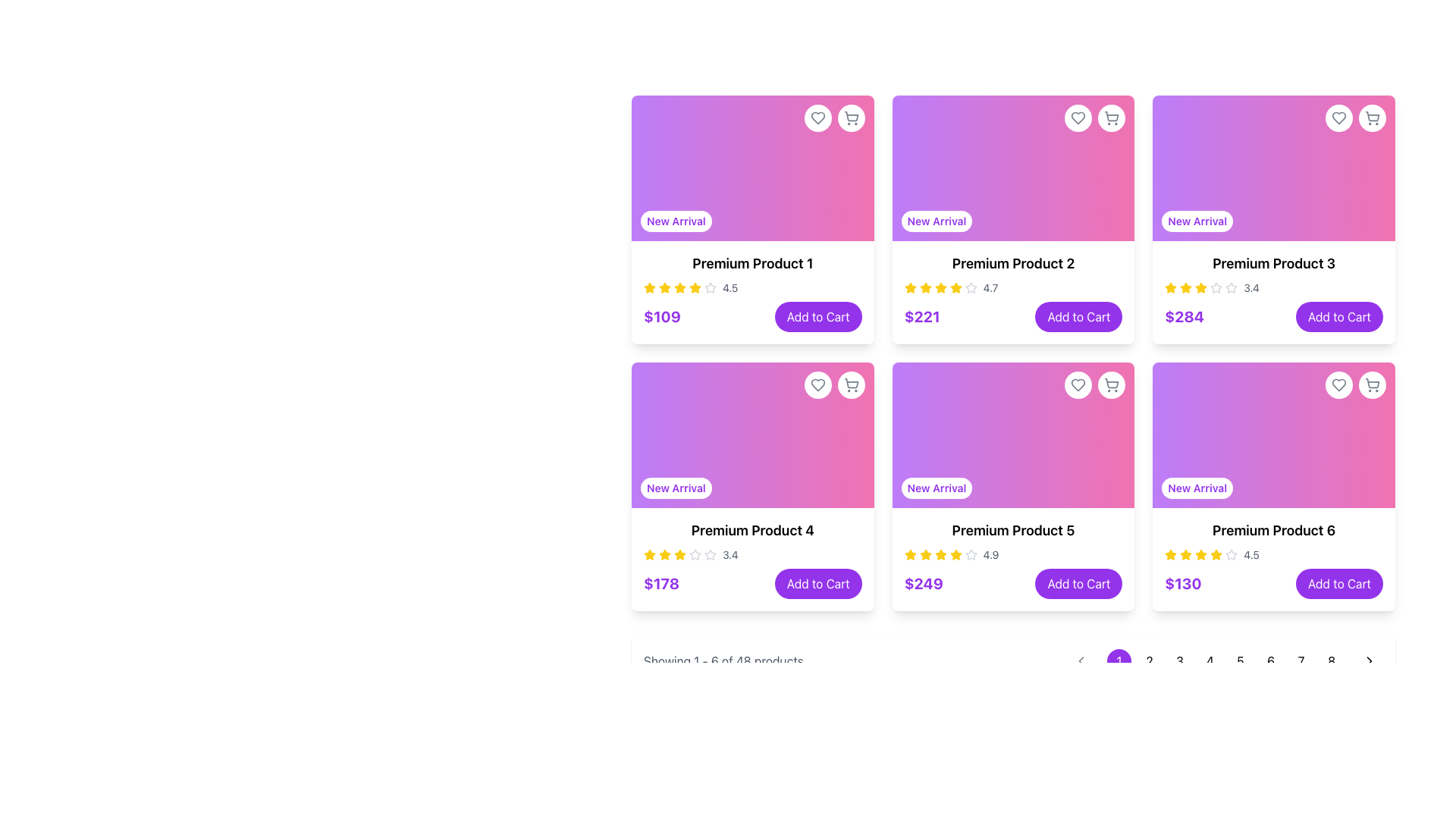  What do you see at coordinates (1078, 117) in the screenshot?
I see `the heart-shaped icon within the circular button located at the top-right corner of the 'Premium Product 2' card` at bounding box center [1078, 117].